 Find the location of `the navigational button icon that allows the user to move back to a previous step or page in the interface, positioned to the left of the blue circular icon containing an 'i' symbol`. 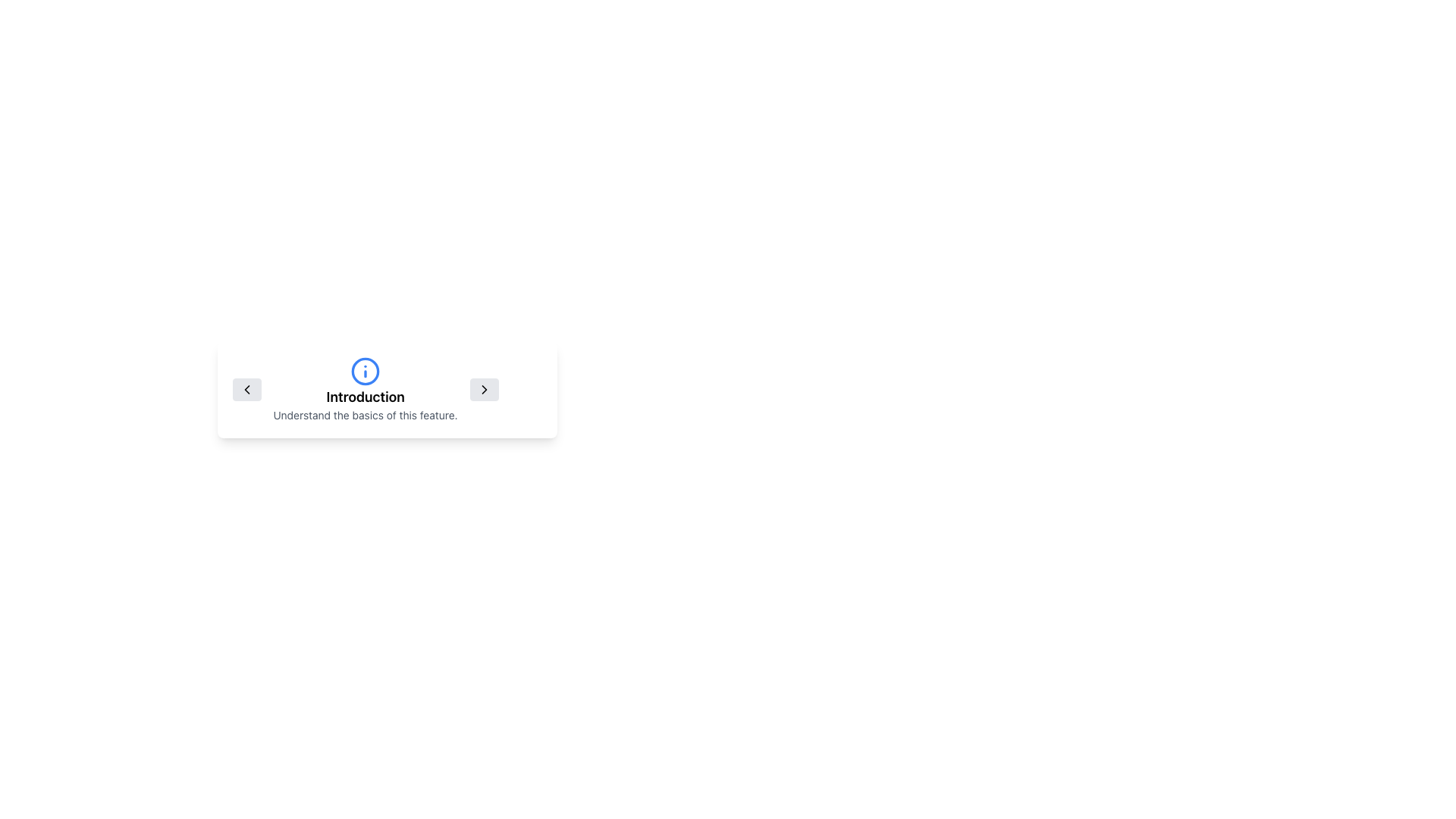

the navigational button icon that allows the user to move back to a previous step or page in the interface, positioned to the left of the blue circular icon containing an 'i' symbol is located at coordinates (246, 388).